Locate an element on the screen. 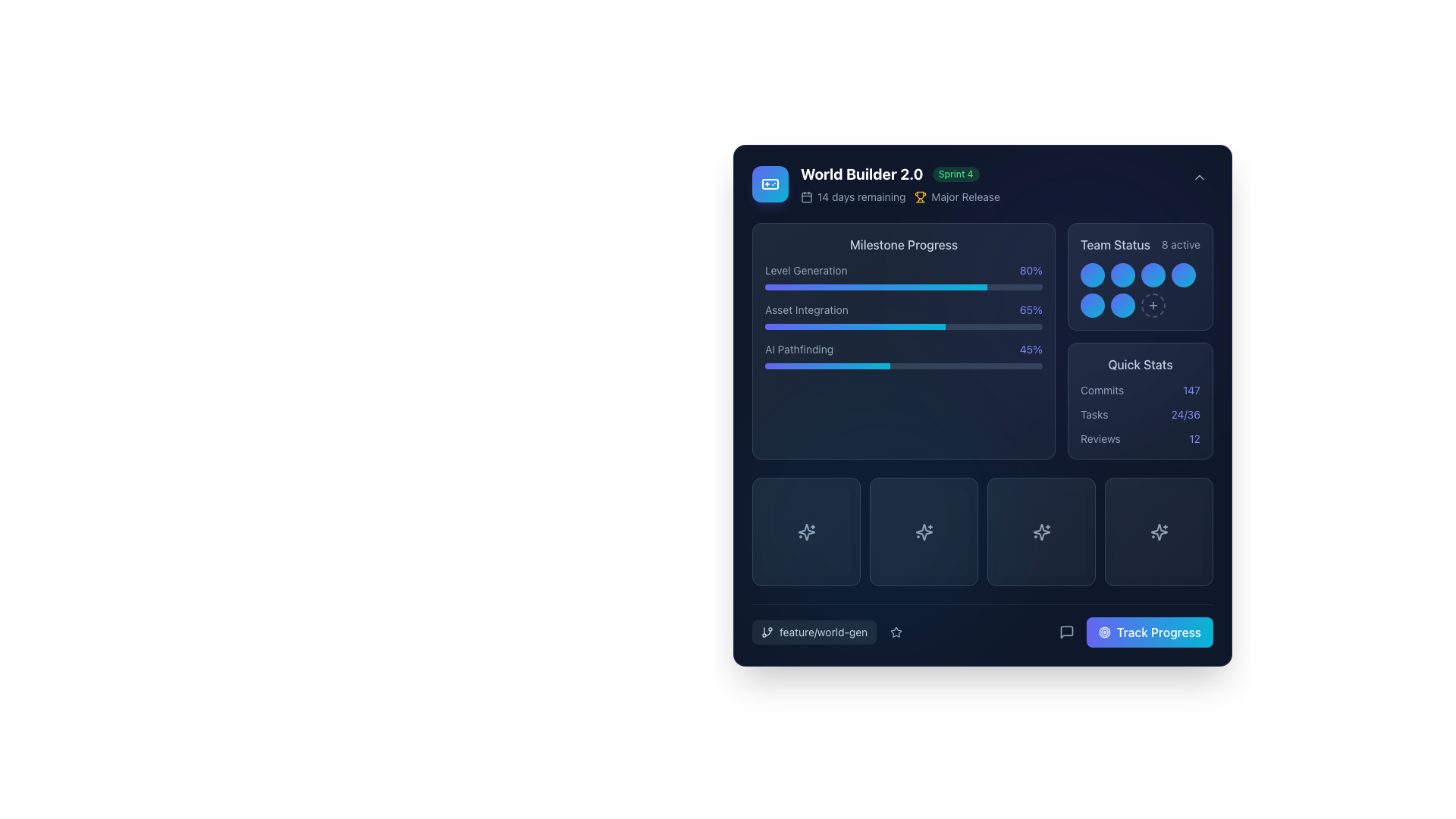 The width and height of the screenshot is (1456, 819). the 'Major Release' text label with an accompanying icon, located to the right of '14 days remaining' in the header section of the card-like interface is located at coordinates (956, 196).